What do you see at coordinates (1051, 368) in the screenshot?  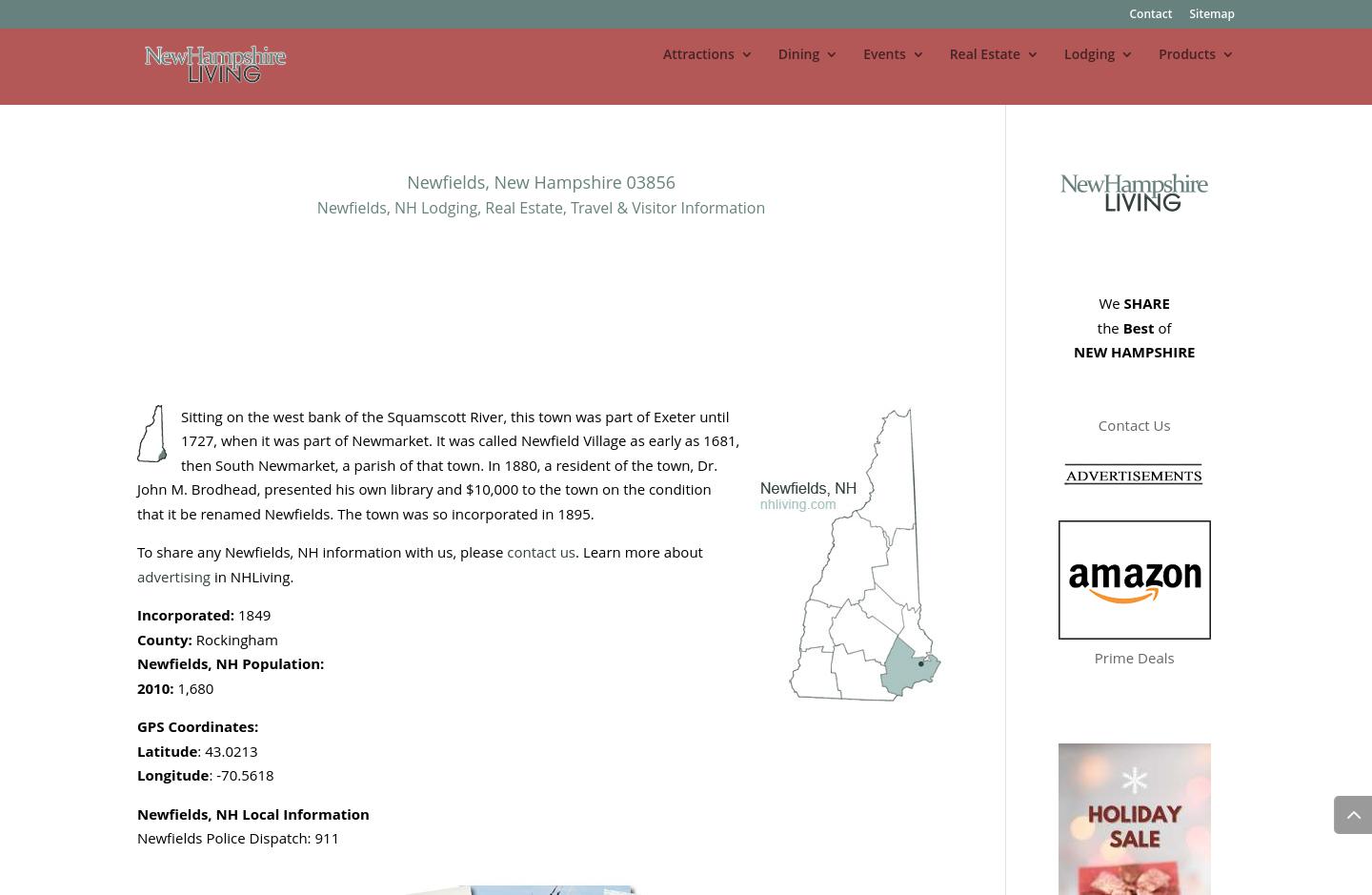 I see `'Real Estate Auctions'` at bounding box center [1051, 368].